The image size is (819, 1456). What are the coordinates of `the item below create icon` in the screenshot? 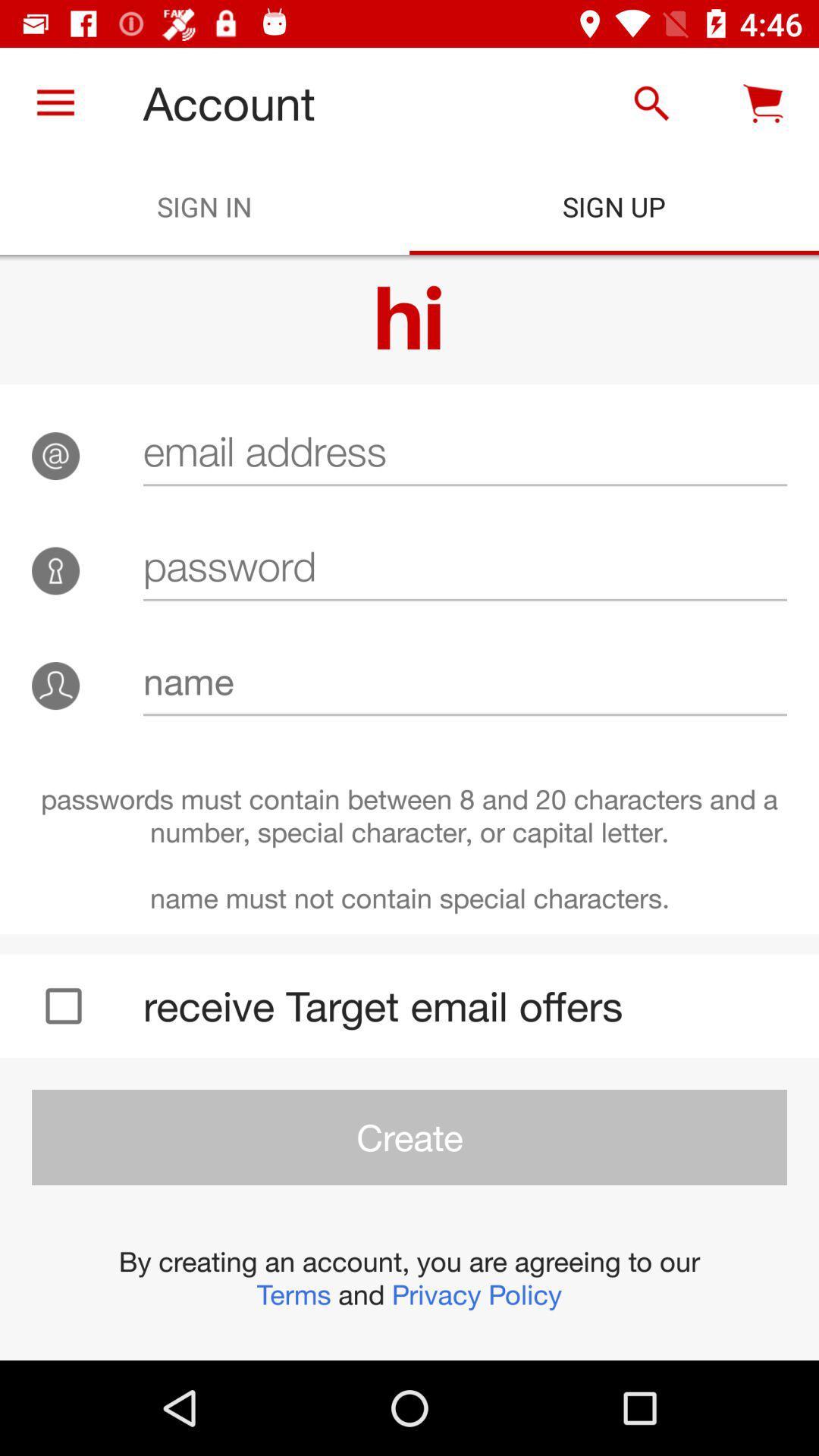 It's located at (409, 1277).